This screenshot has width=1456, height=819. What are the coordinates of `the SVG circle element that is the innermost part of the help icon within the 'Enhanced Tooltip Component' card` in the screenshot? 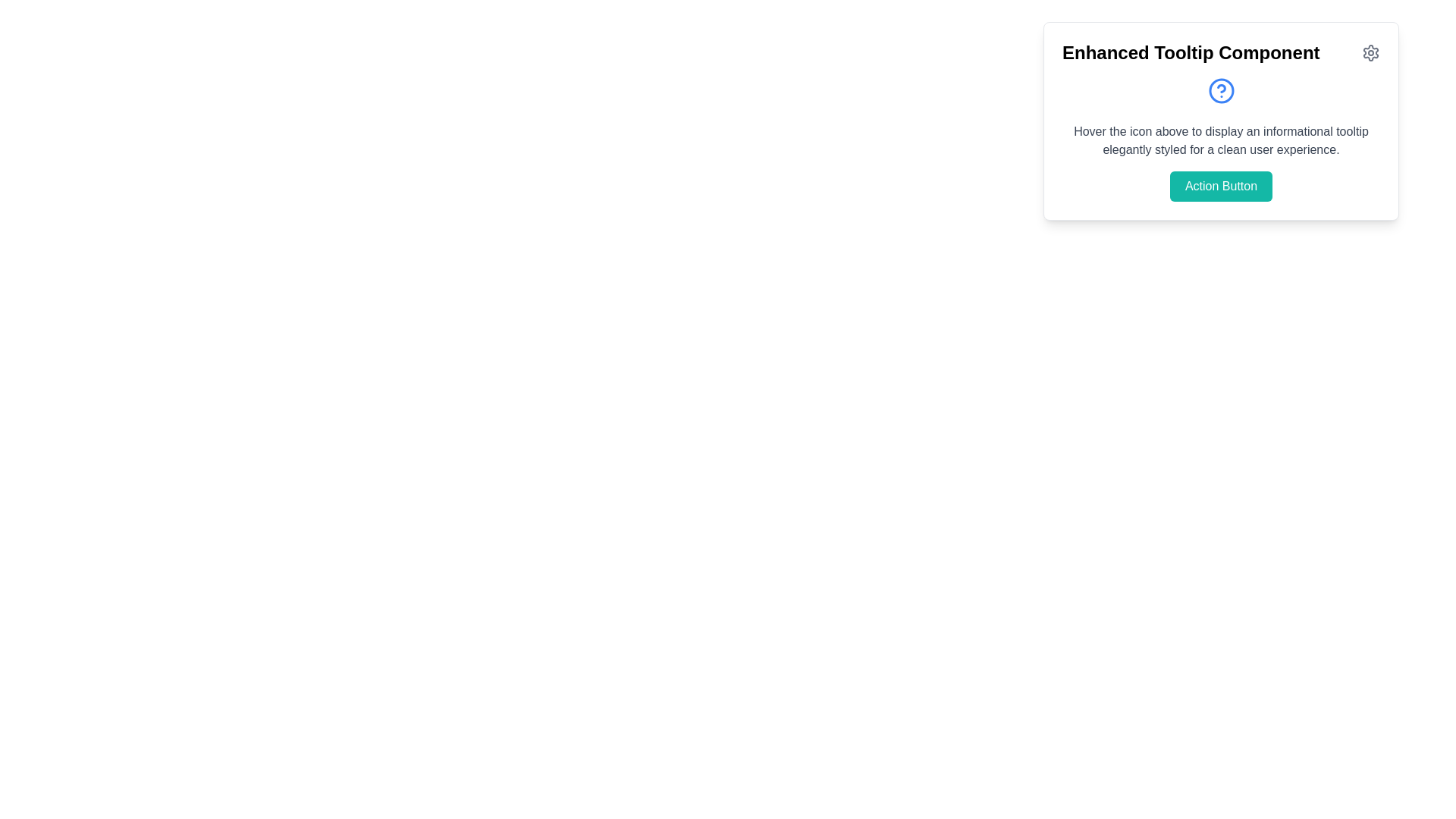 It's located at (1221, 90).